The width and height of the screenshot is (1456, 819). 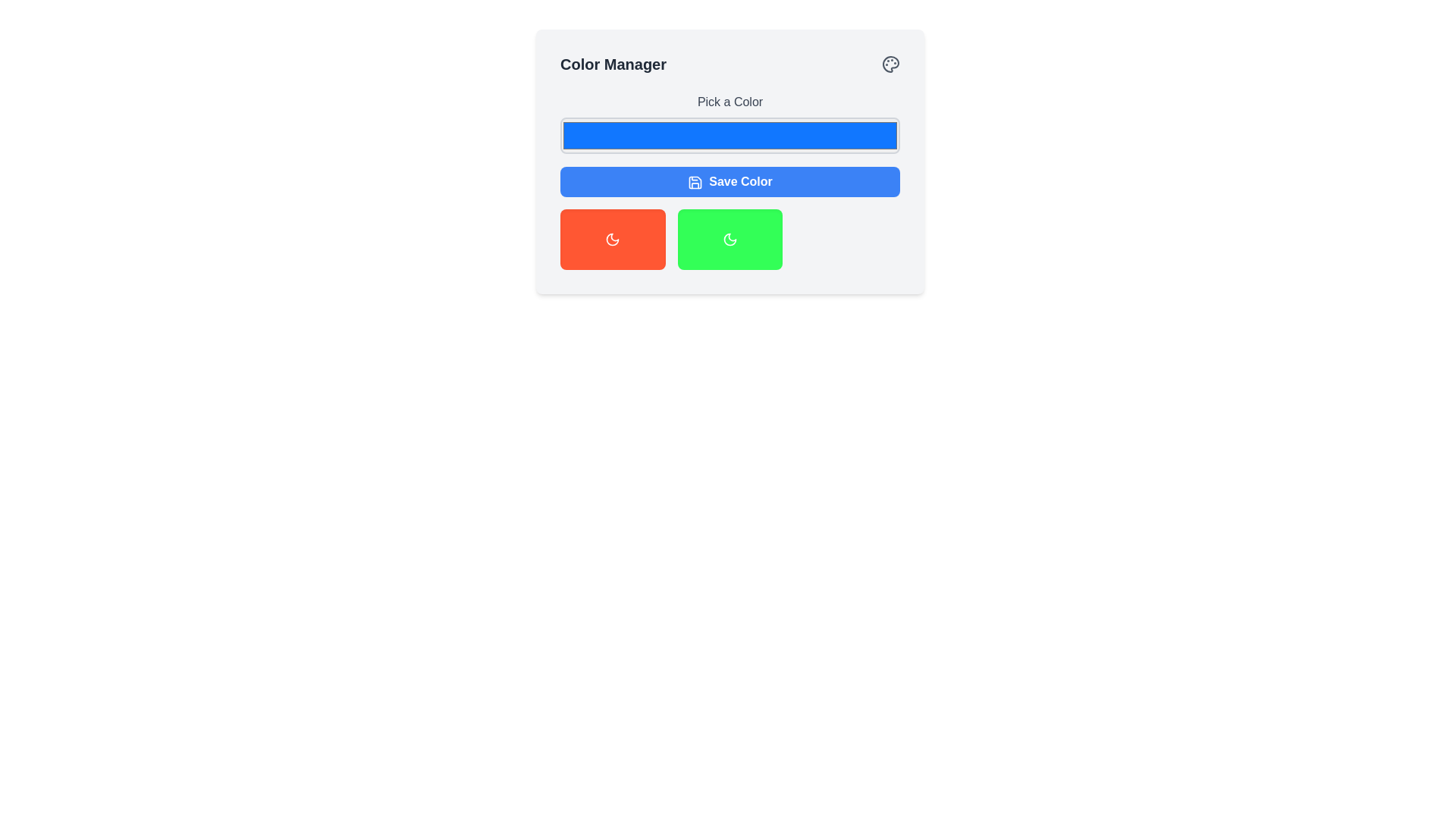 What do you see at coordinates (730, 239) in the screenshot?
I see `the nighttime or dark mode toggle icon located inside the green button on the bottom-right of the interface` at bounding box center [730, 239].